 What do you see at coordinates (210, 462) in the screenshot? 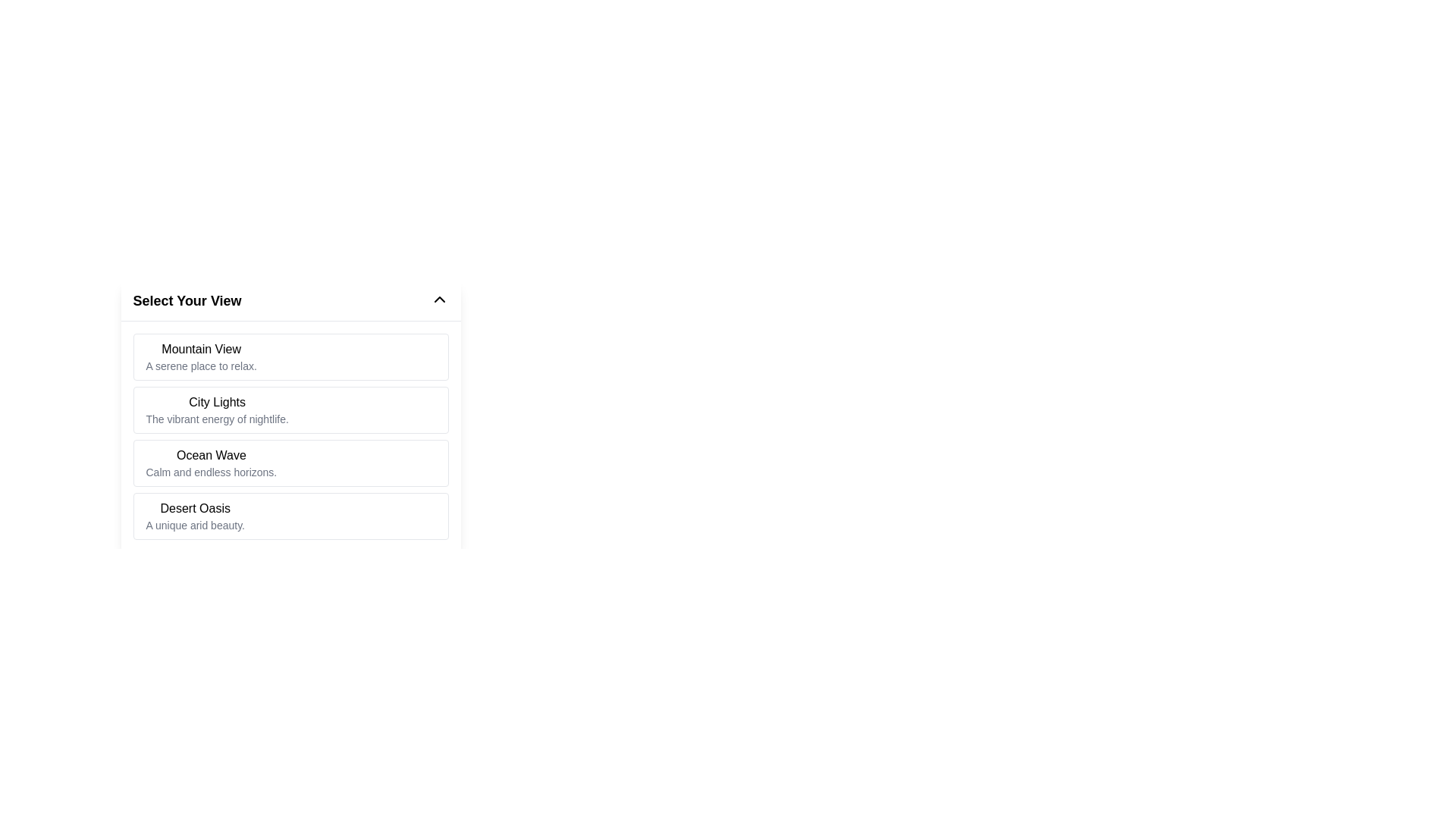
I see `the textual list item labeled 'Ocean Wave', which contains the description 'Calm and endless horizons.' and is positioned in the third place within a vertical list of selectable items` at bounding box center [210, 462].